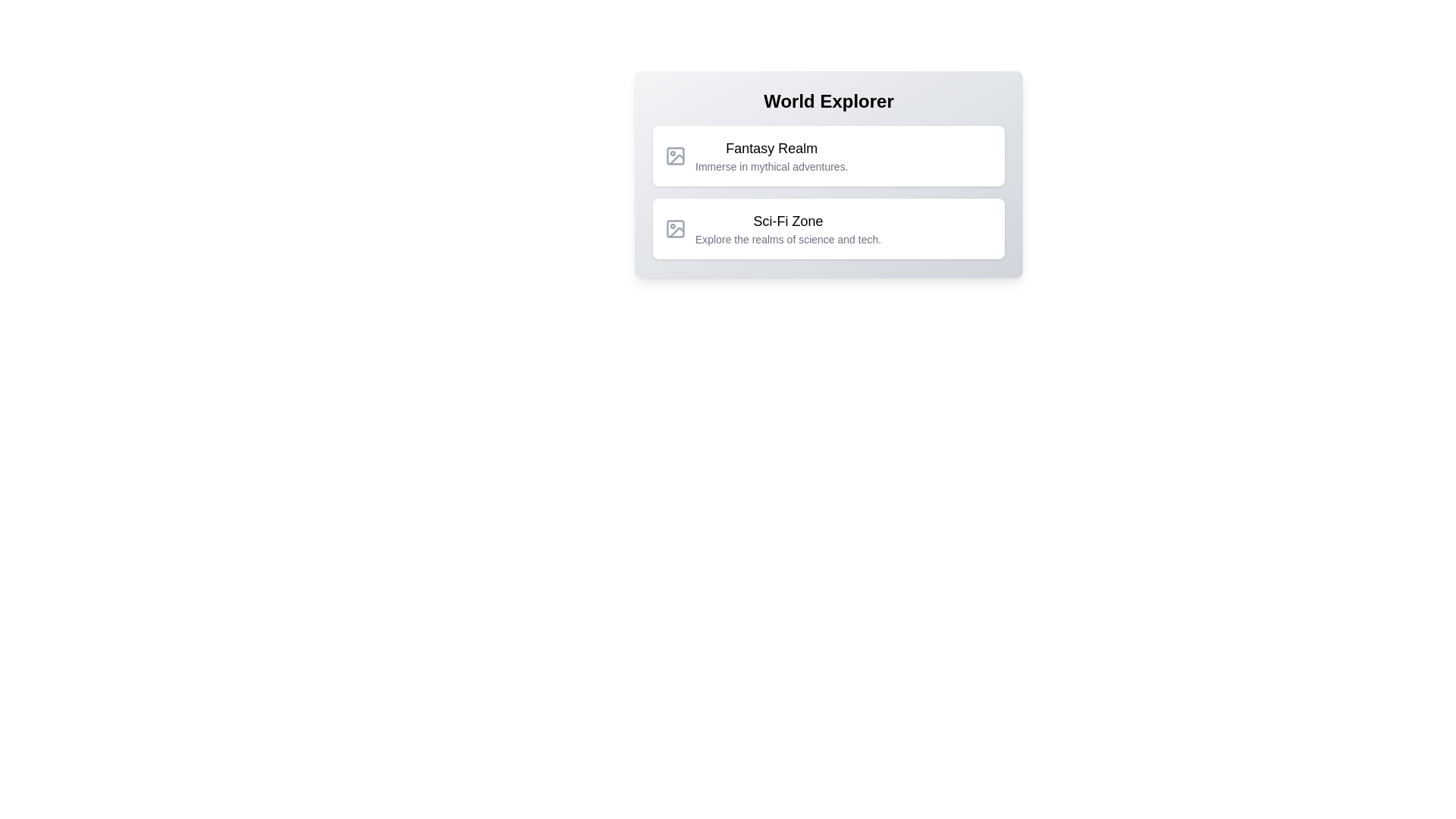 Image resolution: width=1456 pixels, height=819 pixels. I want to click on the icon located within the left segment of the 'Fantasy Realm' card, which serves as a visual cue adjacent to the card's title and descriptive text, so click(675, 155).